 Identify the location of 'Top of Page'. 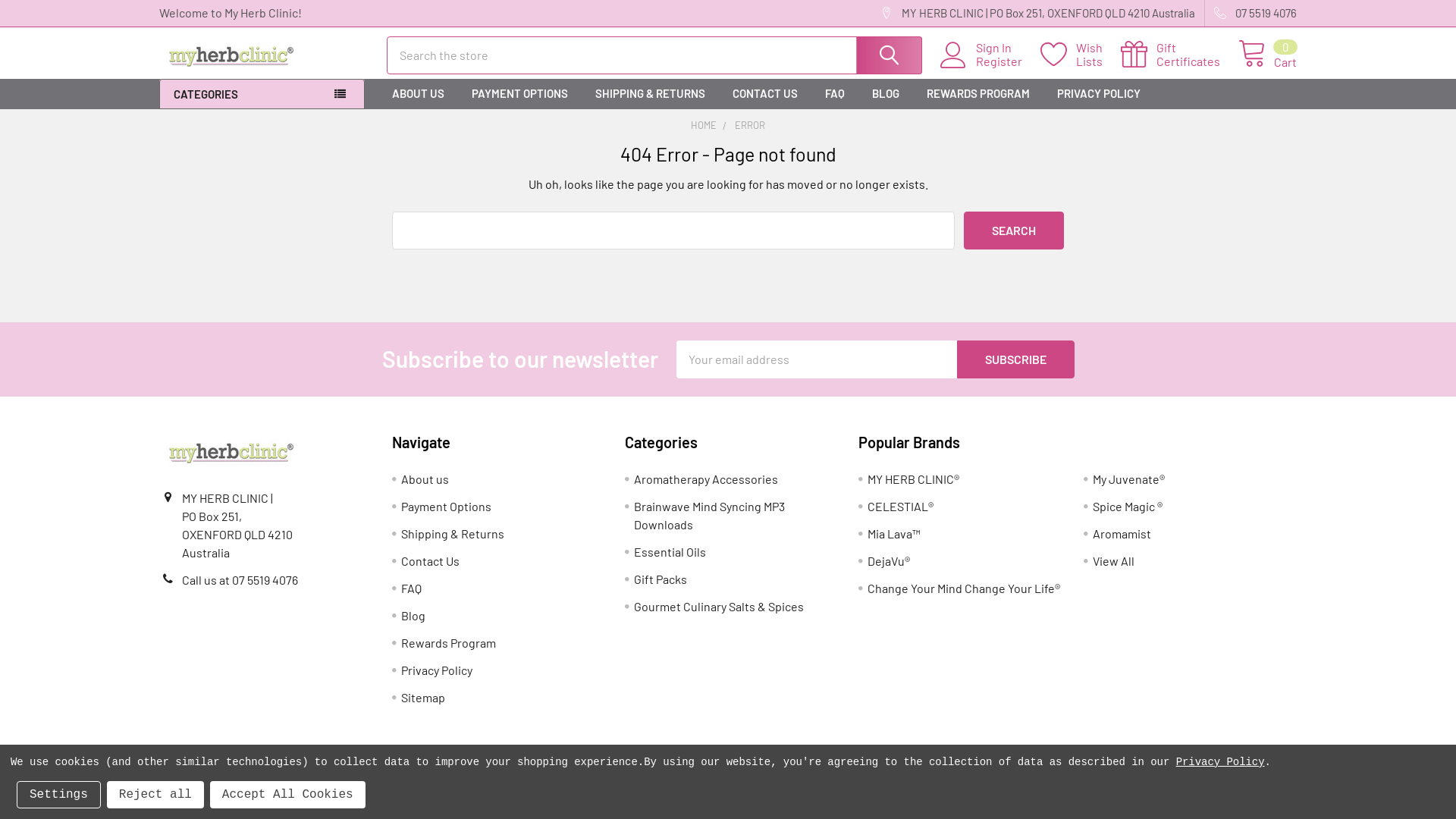
(1428, 729).